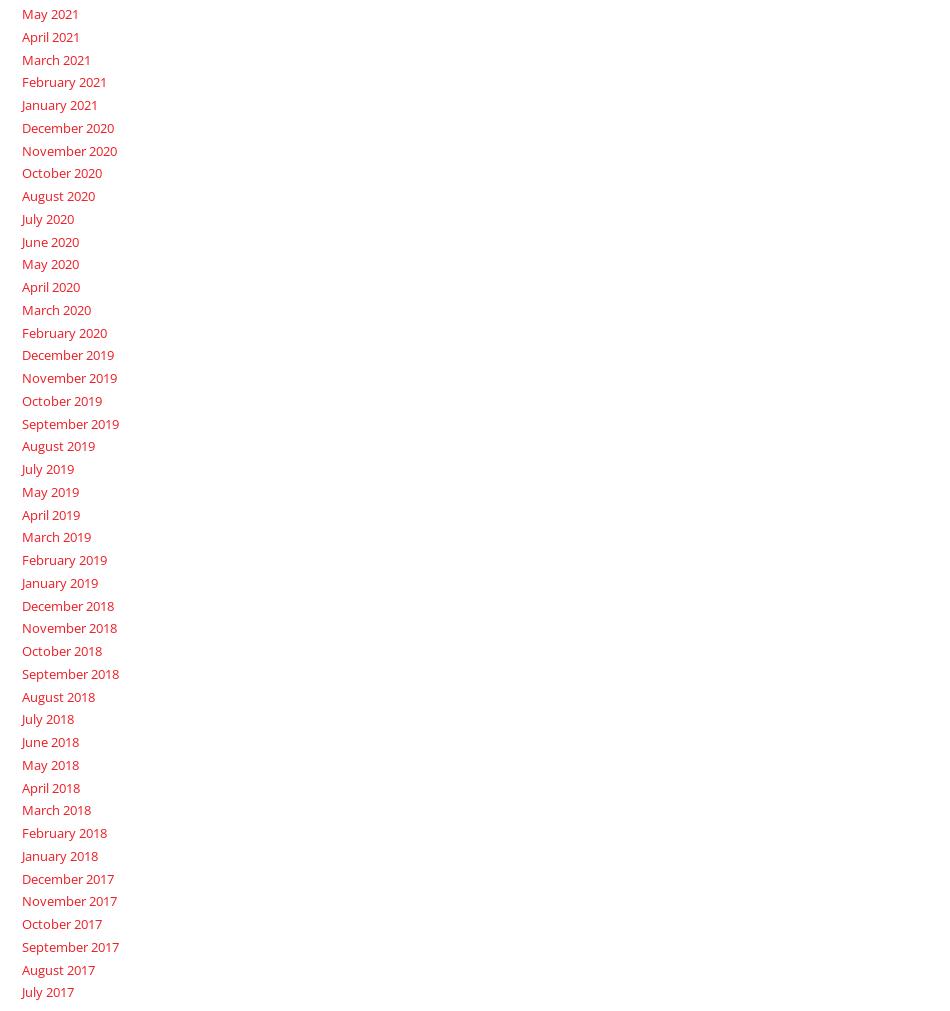  I want to click on 'June 2018', so click(49, 740).